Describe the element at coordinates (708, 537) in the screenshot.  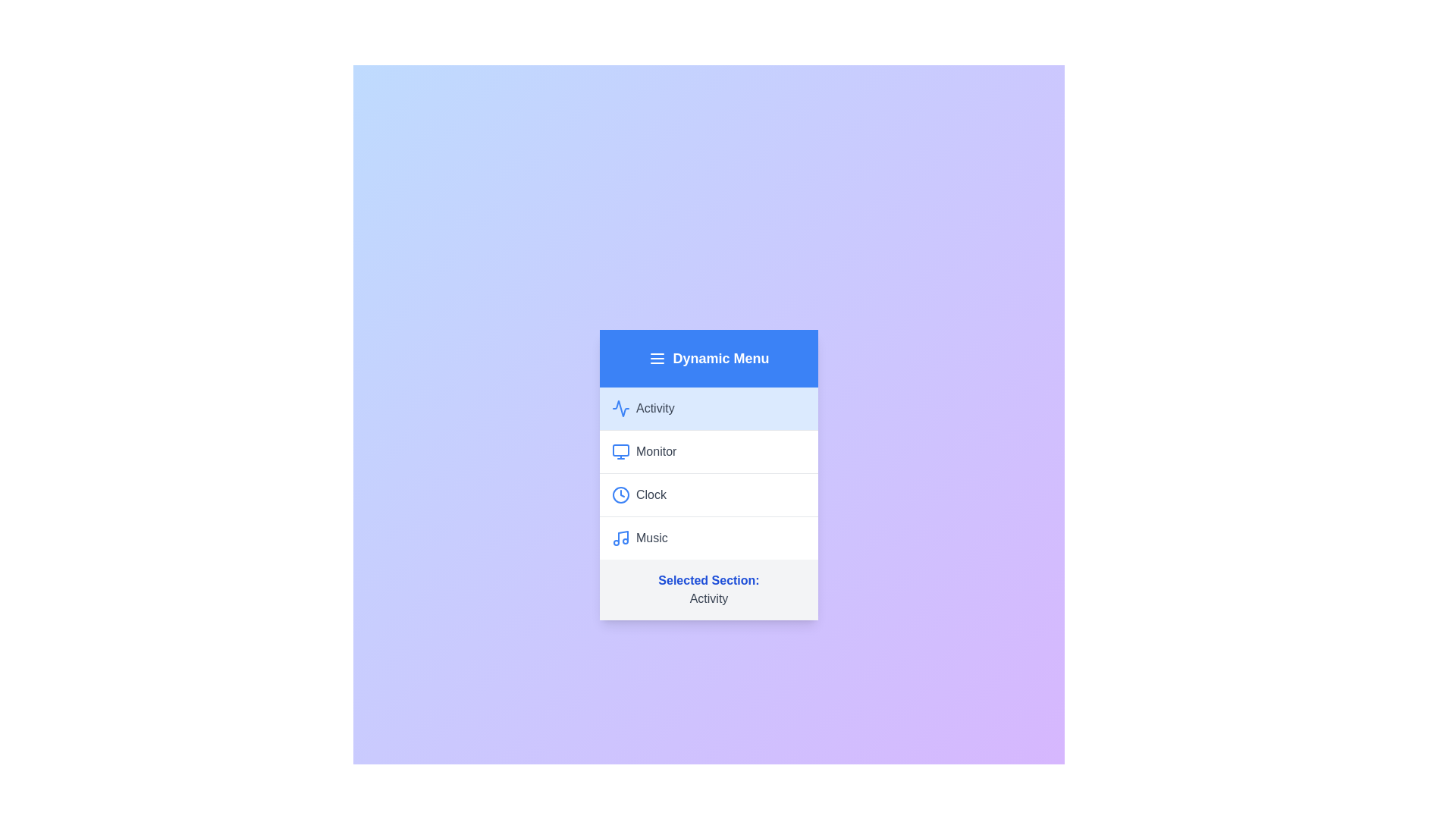
I see `the menu item Music to switch the active section` at that location.